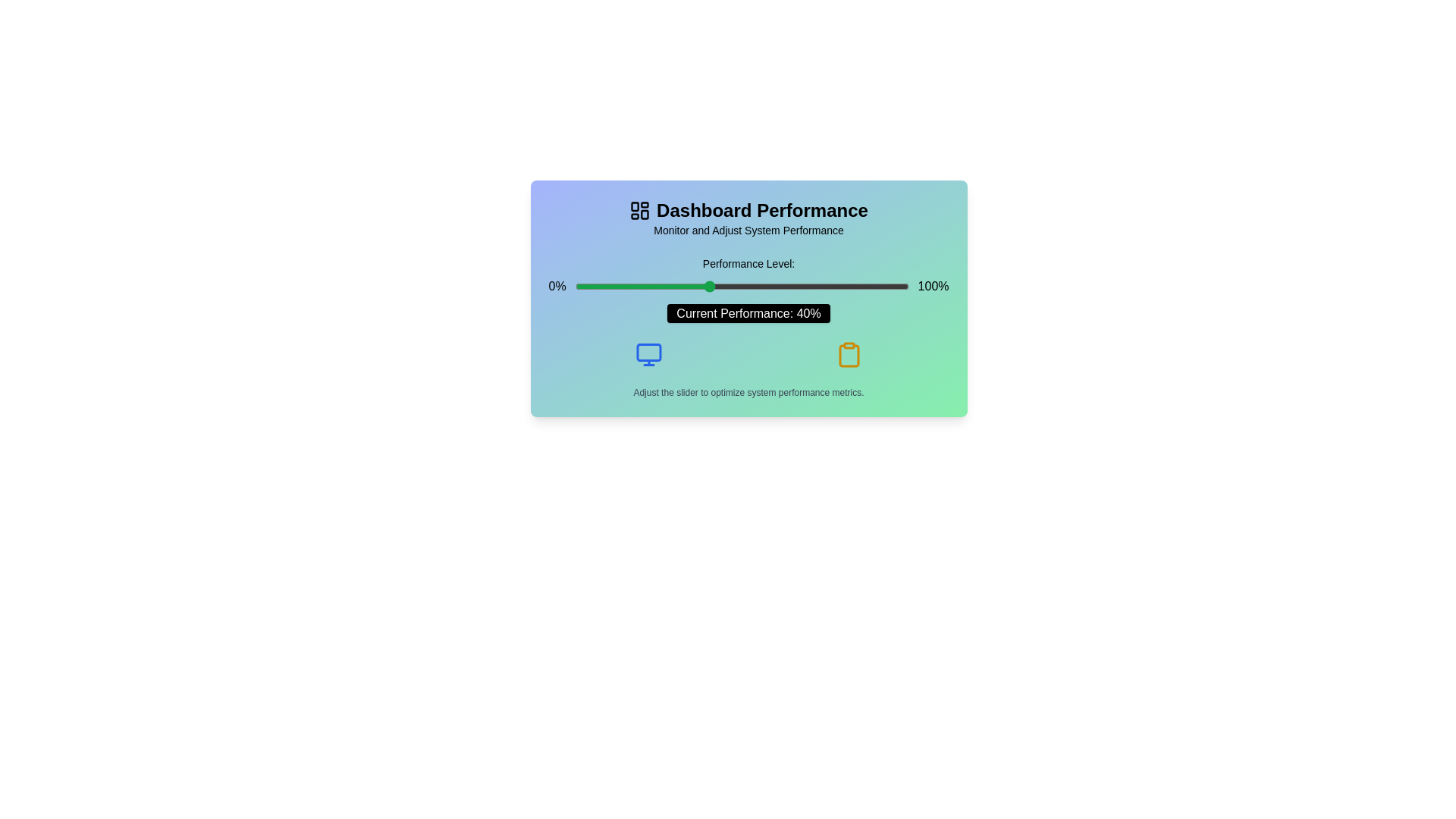  I want to click on the slider to set the performance level to 16%, so click(629, 287).